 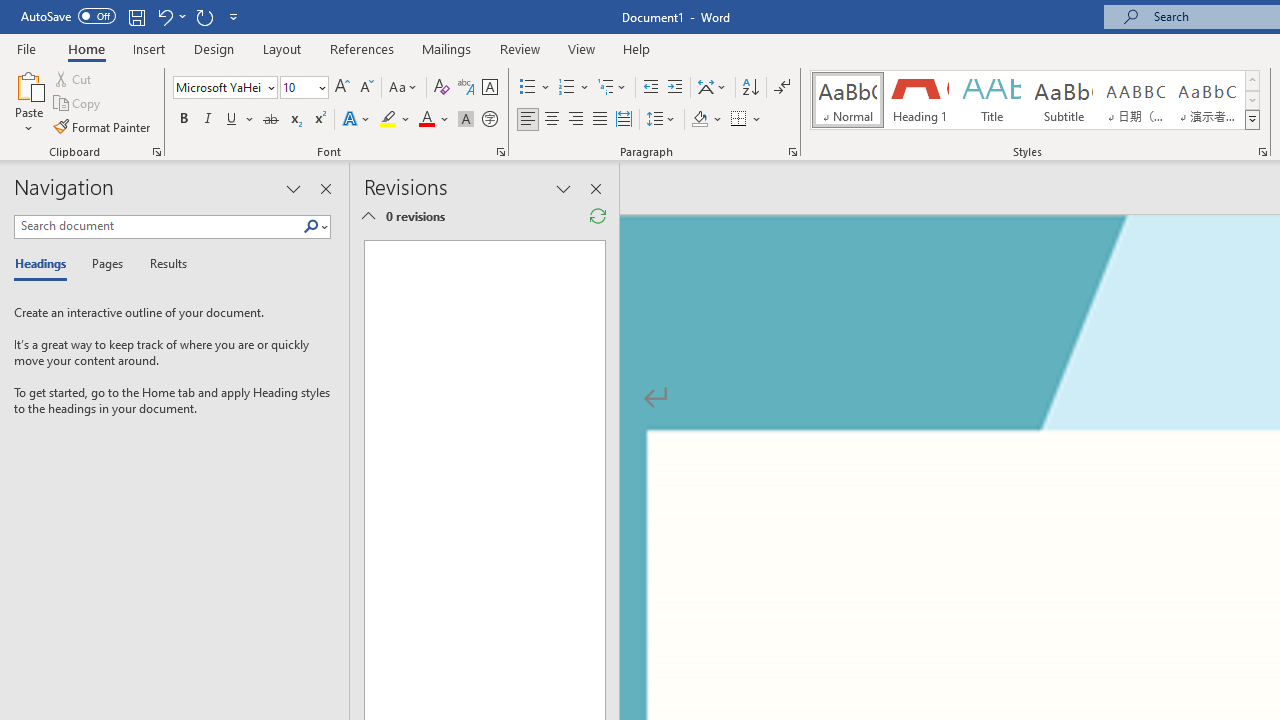 What do you see at coordinates (164, 16) in the screenshot?
I see `'Undo Paragraph Alignment'` at bounding box center [164, 16].